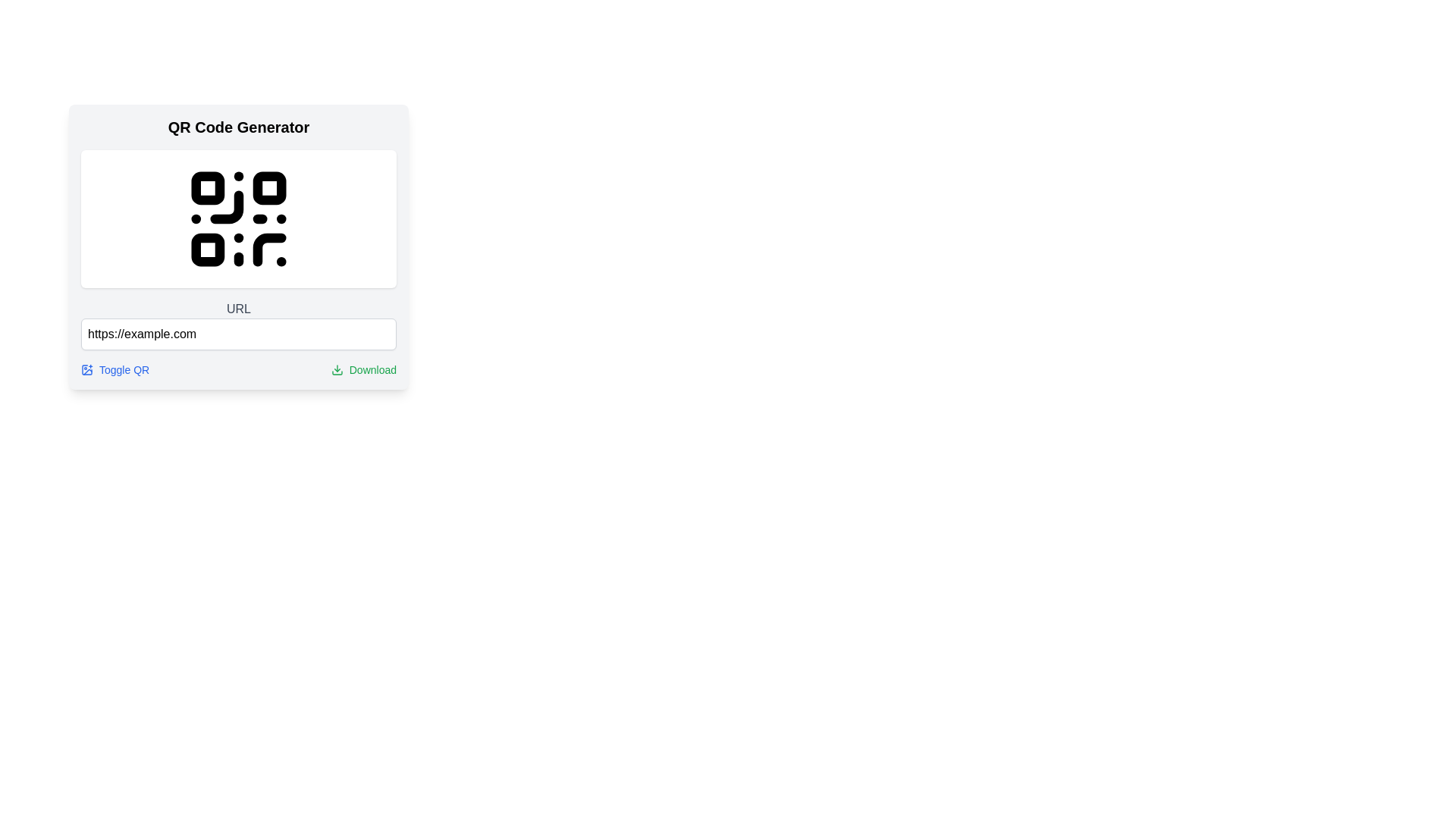 The height and width of the screenshot is (819, 1456). Describe the element at coordinates (238, 219) in the screenshot. I see `the SVG graphical element forming a QR code located at the center of the card labeled 'QR Code Generator'` at that location.